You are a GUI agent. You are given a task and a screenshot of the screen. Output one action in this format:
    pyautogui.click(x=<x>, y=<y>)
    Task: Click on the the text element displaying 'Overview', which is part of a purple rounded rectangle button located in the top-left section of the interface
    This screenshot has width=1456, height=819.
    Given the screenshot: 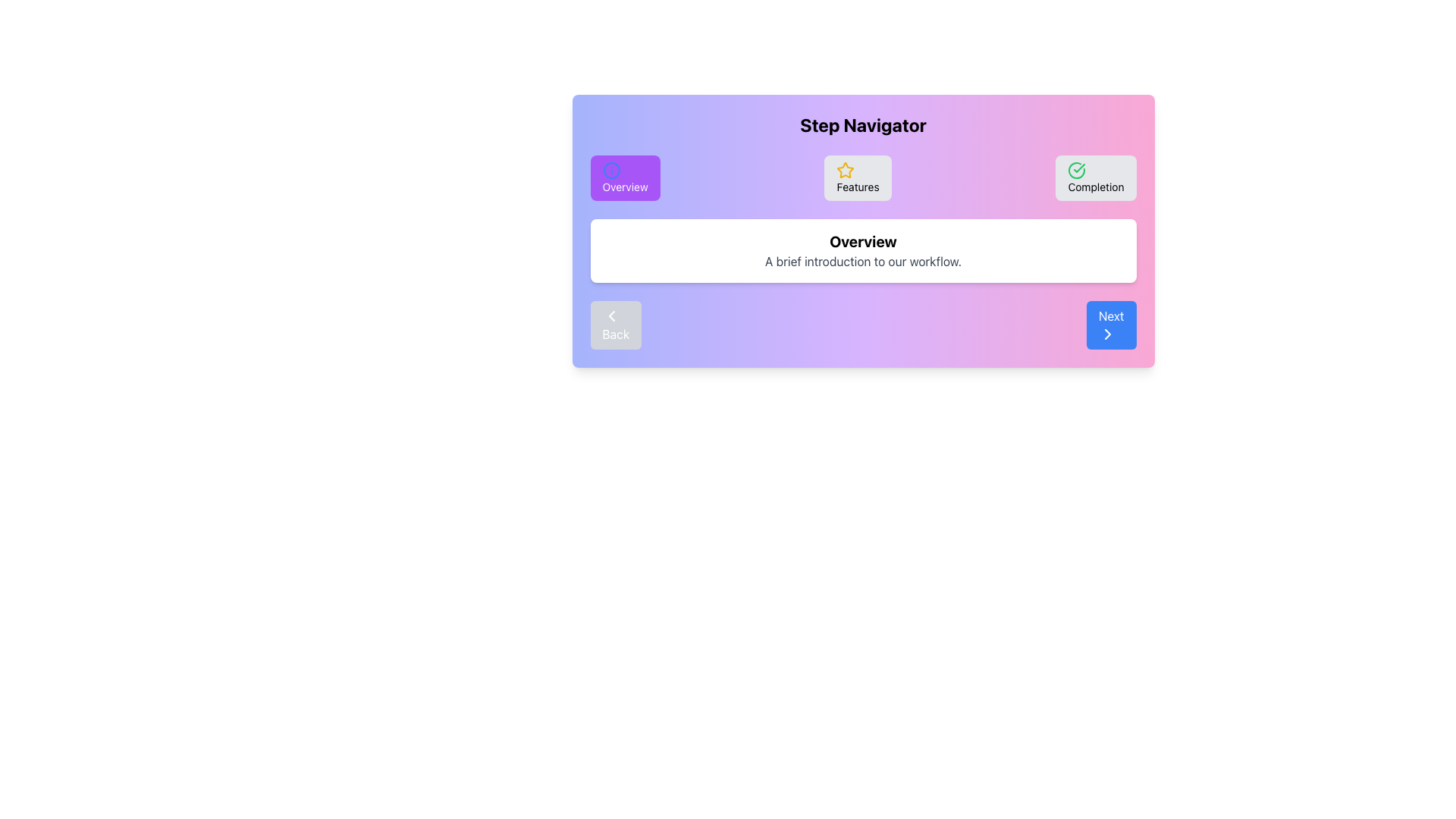 What is the action you would take?
    pyautogui.click(x=625, y=186)
    